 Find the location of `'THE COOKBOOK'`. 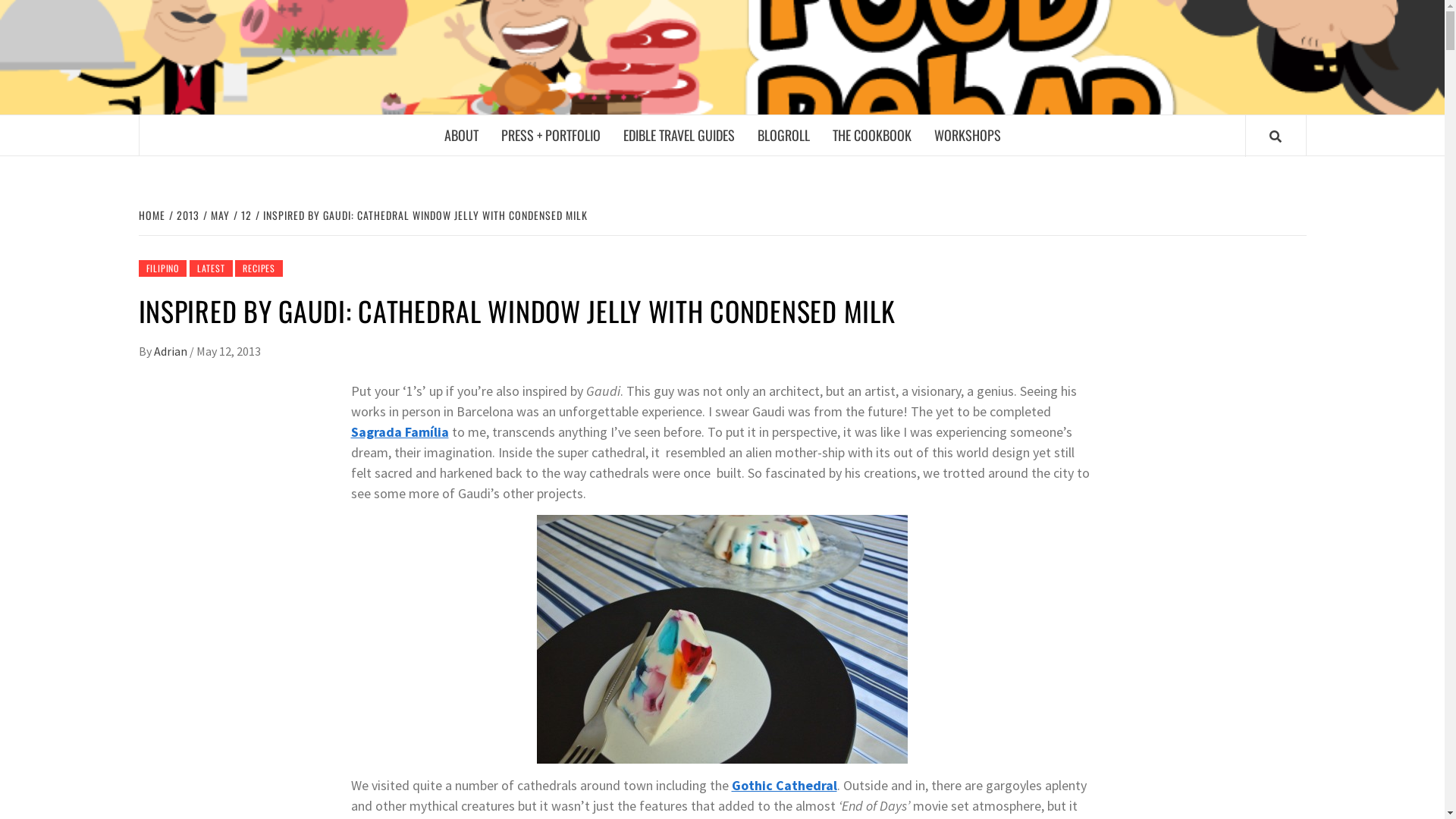

'THE COOKBOOK' is located at coordinates (819, 134).